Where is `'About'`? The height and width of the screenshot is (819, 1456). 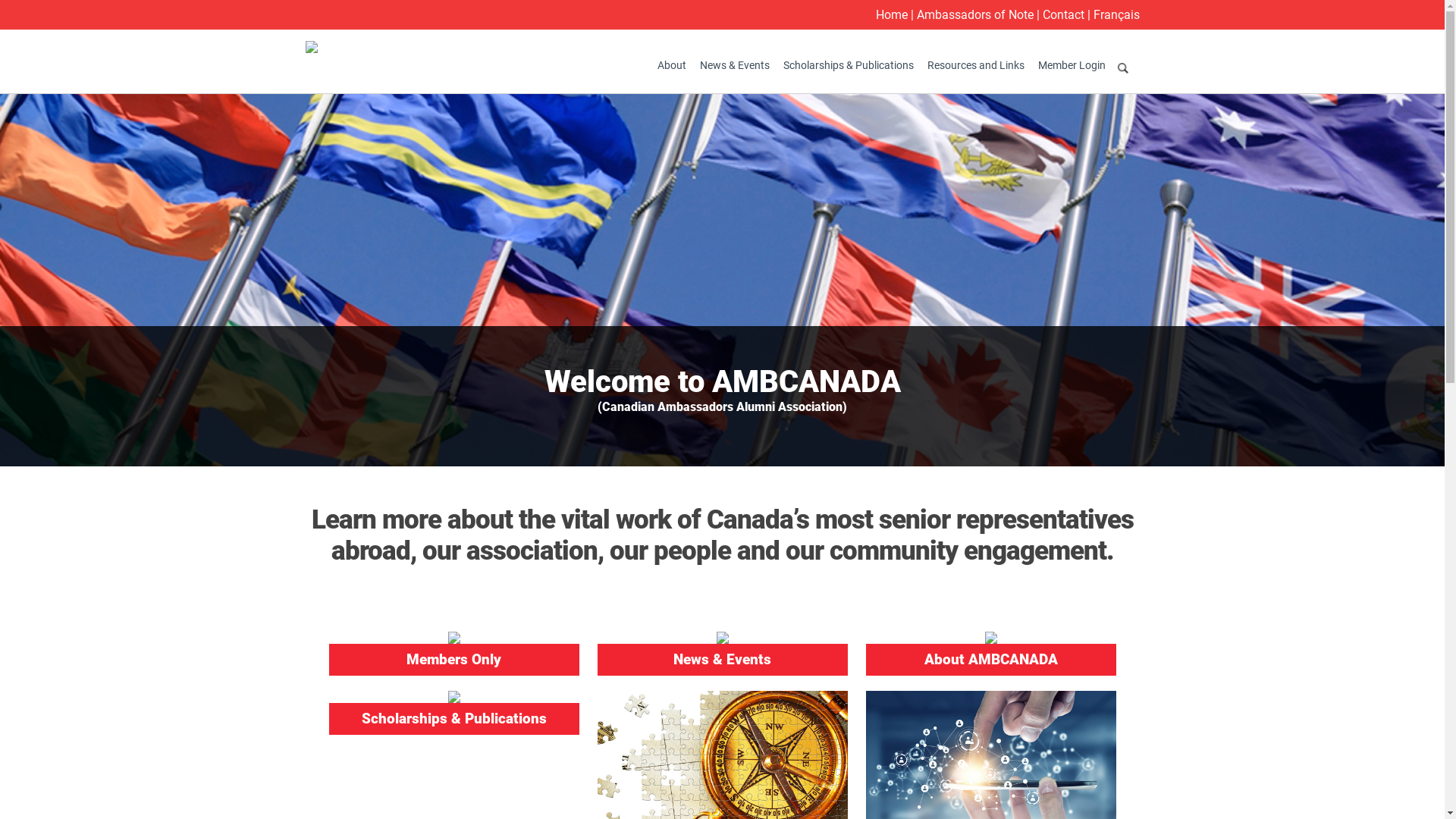
'About' is located at coordinates (651, 64).